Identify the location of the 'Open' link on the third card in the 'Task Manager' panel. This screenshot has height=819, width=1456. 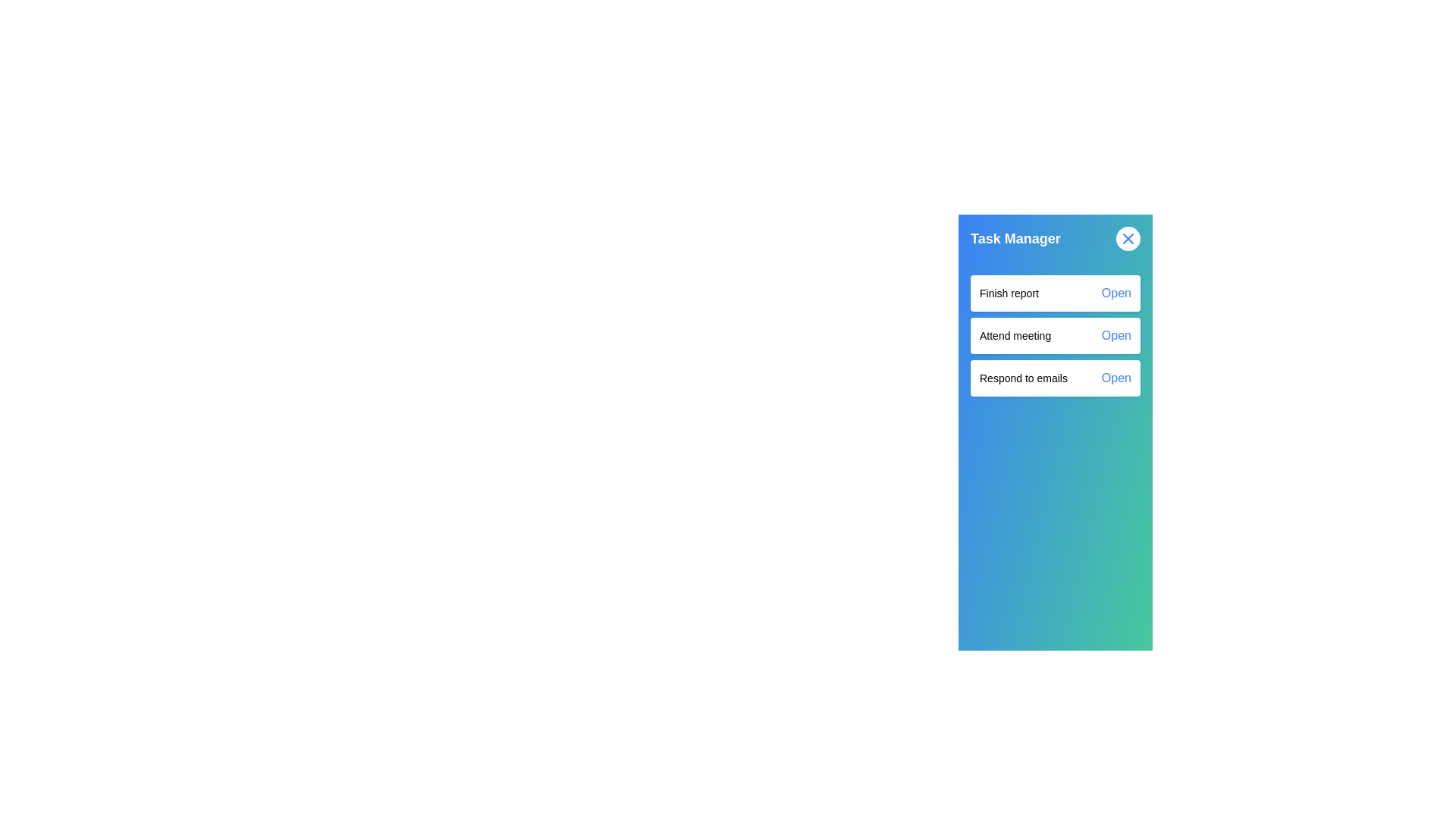
(1055, 377).